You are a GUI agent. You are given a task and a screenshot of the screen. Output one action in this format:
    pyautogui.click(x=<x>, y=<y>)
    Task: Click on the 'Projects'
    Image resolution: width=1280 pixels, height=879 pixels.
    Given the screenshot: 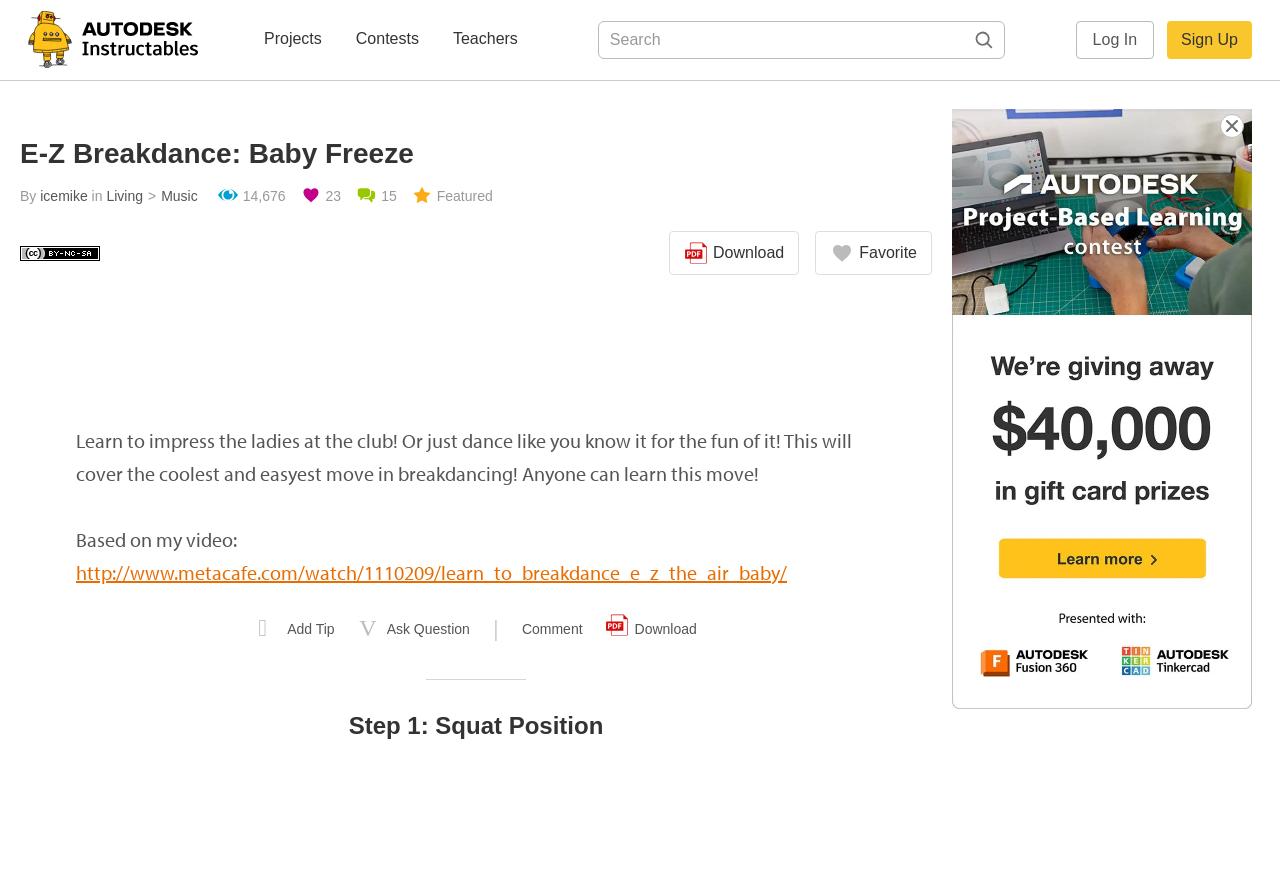 What is the action you would take?
    pyautogui.click(x=291, y=37)
    